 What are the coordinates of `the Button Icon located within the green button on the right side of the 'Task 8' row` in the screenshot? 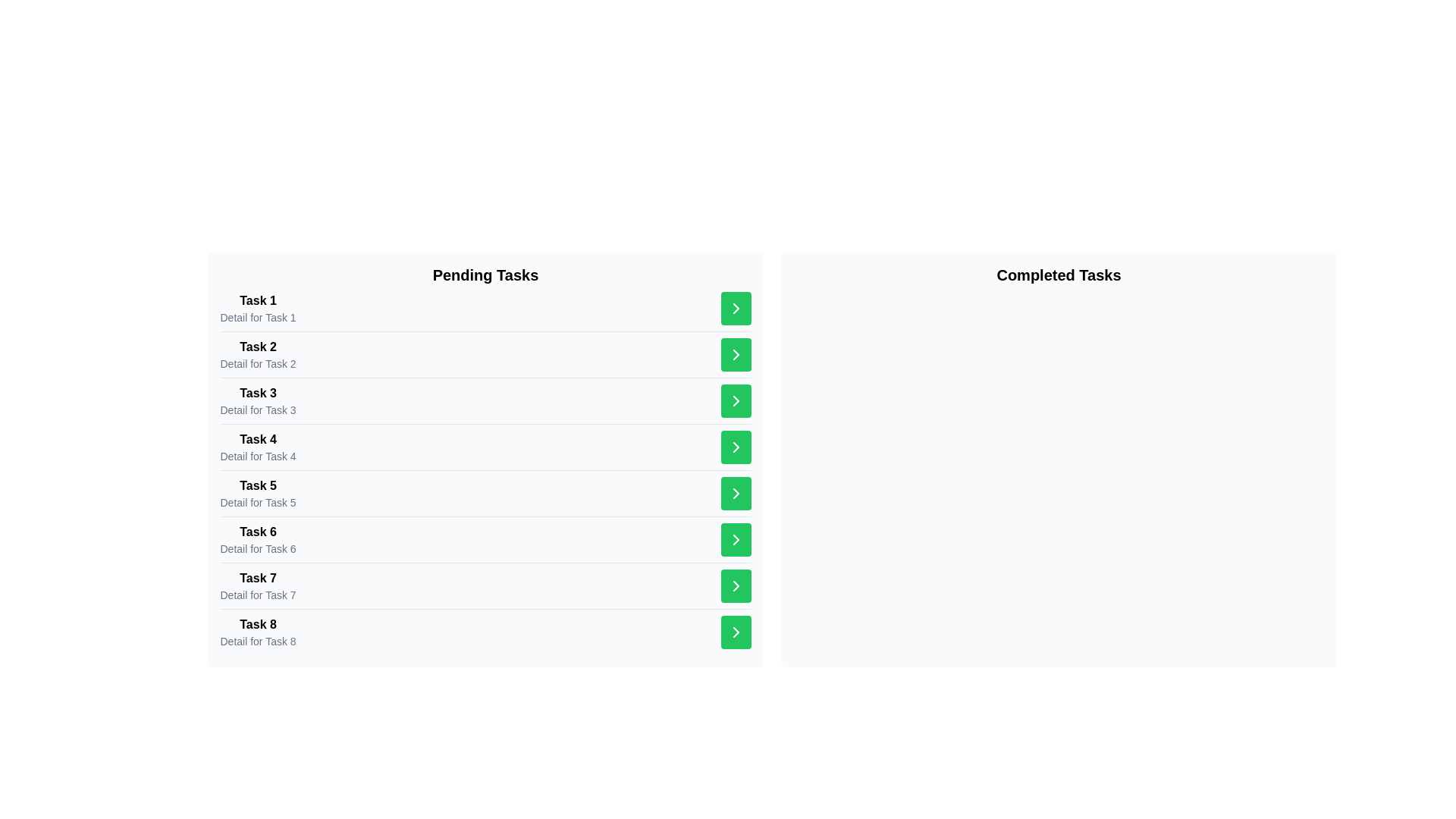 It's located at (736, 585).